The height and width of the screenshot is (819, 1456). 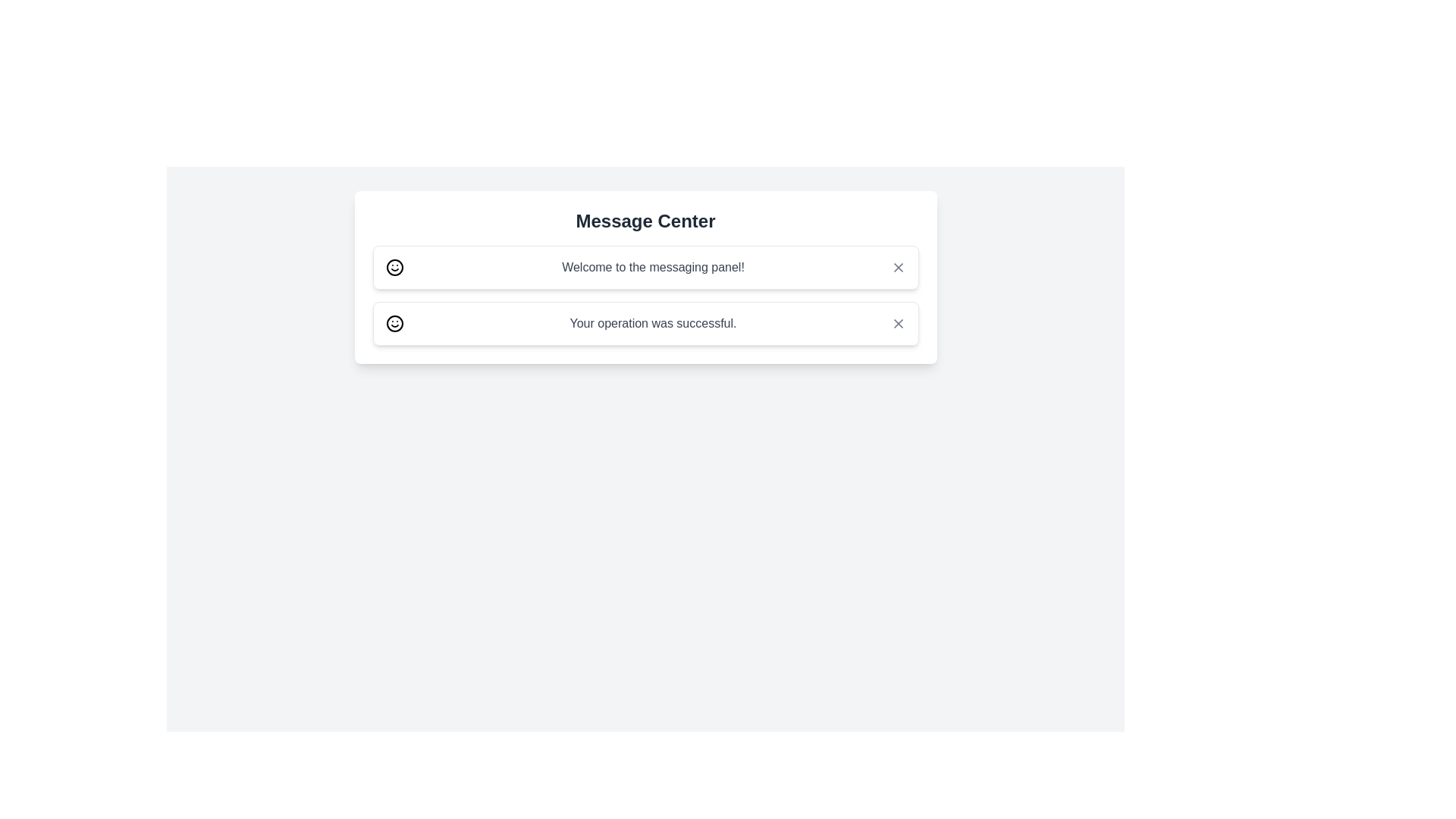 What do you see at coordinates (653, 323) in the screenshot?
I see `the feedback label indicating successful operation completion, located in the second notification card under 'Message Center', right of the green smiley icon and left of the close button` at bounding box center [653, 323].